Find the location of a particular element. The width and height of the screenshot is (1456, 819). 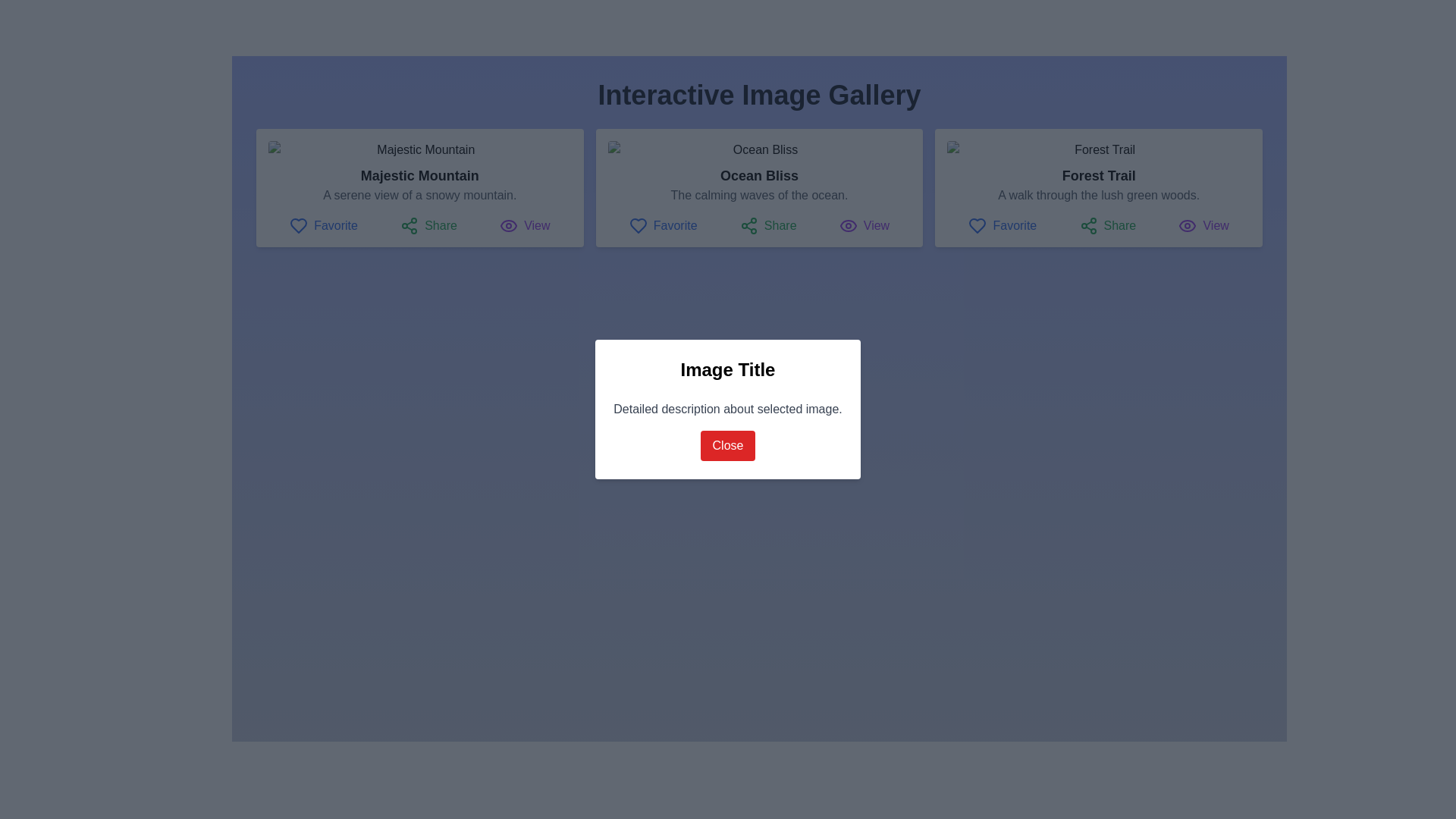

the Close button located at the bottom center of the modal dialog box is located at coordinates (728, 444).